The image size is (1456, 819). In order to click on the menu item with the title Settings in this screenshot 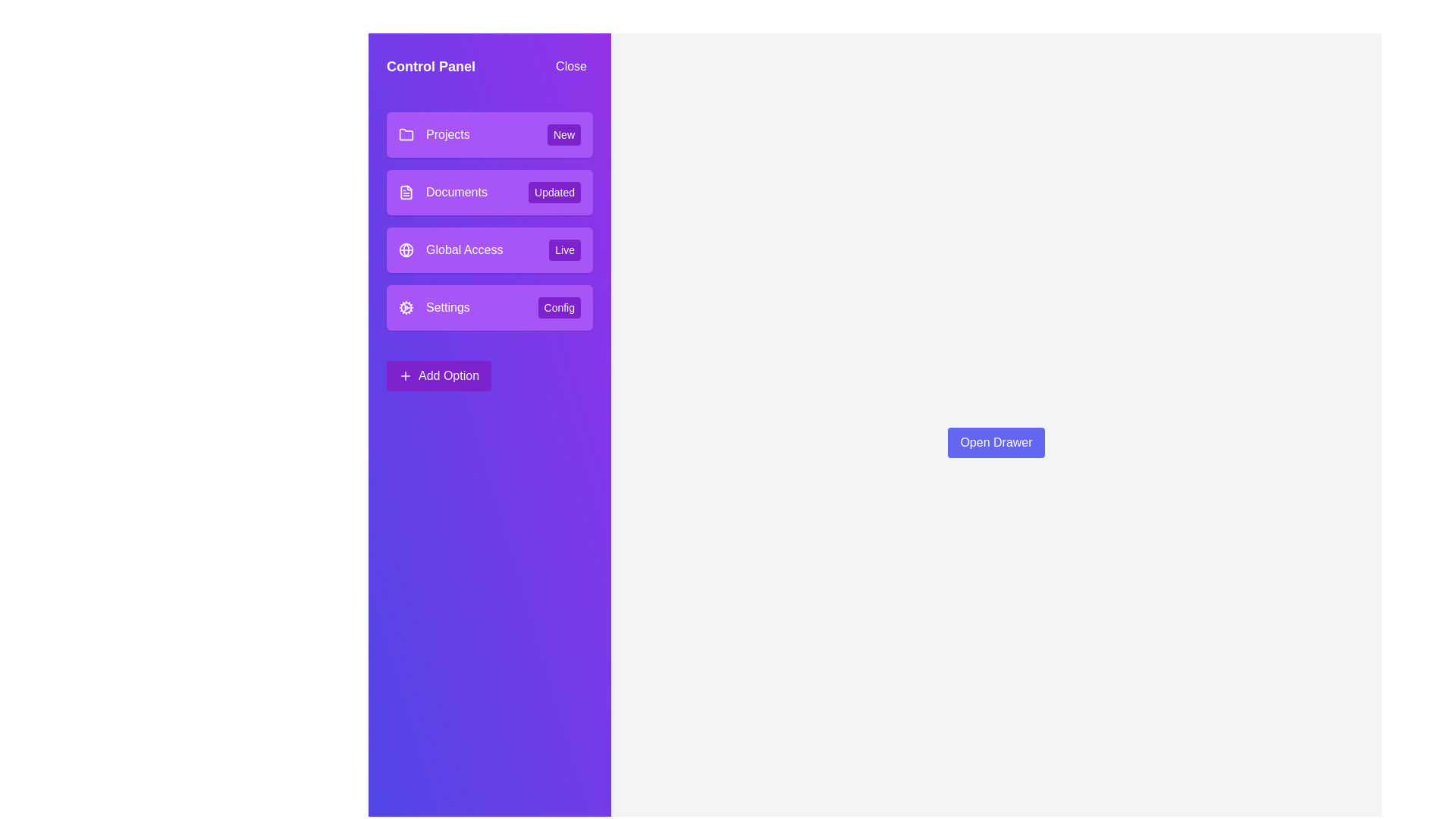, I will do `click(490, 307)`.